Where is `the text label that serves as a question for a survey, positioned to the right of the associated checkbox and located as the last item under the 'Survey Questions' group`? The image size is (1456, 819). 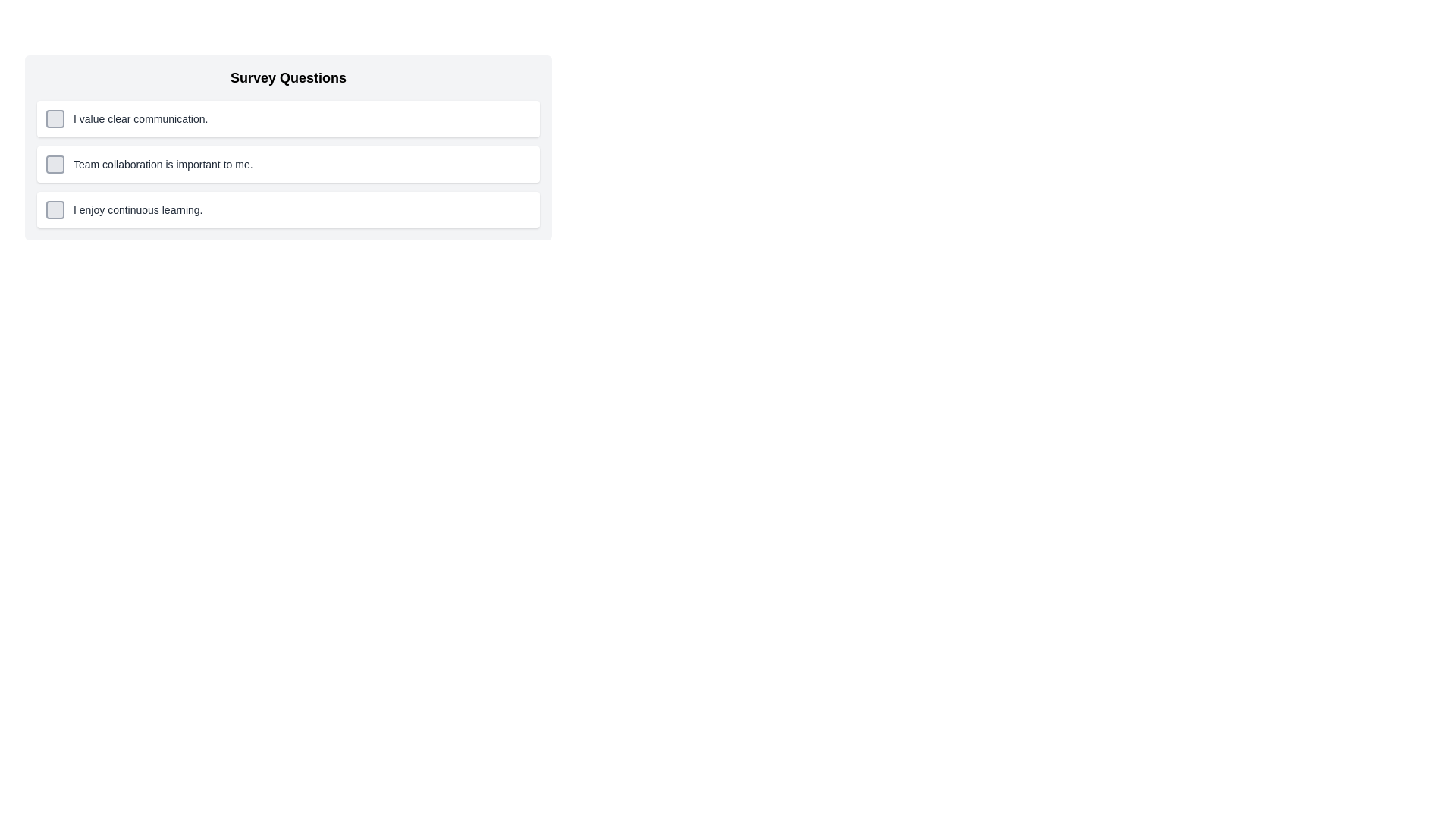 the text label that serves as a question for a survey, positioned to the right of the associated checkbox and located as the last item under the 'Survey Questions' group is located at coordinates (138, 210).